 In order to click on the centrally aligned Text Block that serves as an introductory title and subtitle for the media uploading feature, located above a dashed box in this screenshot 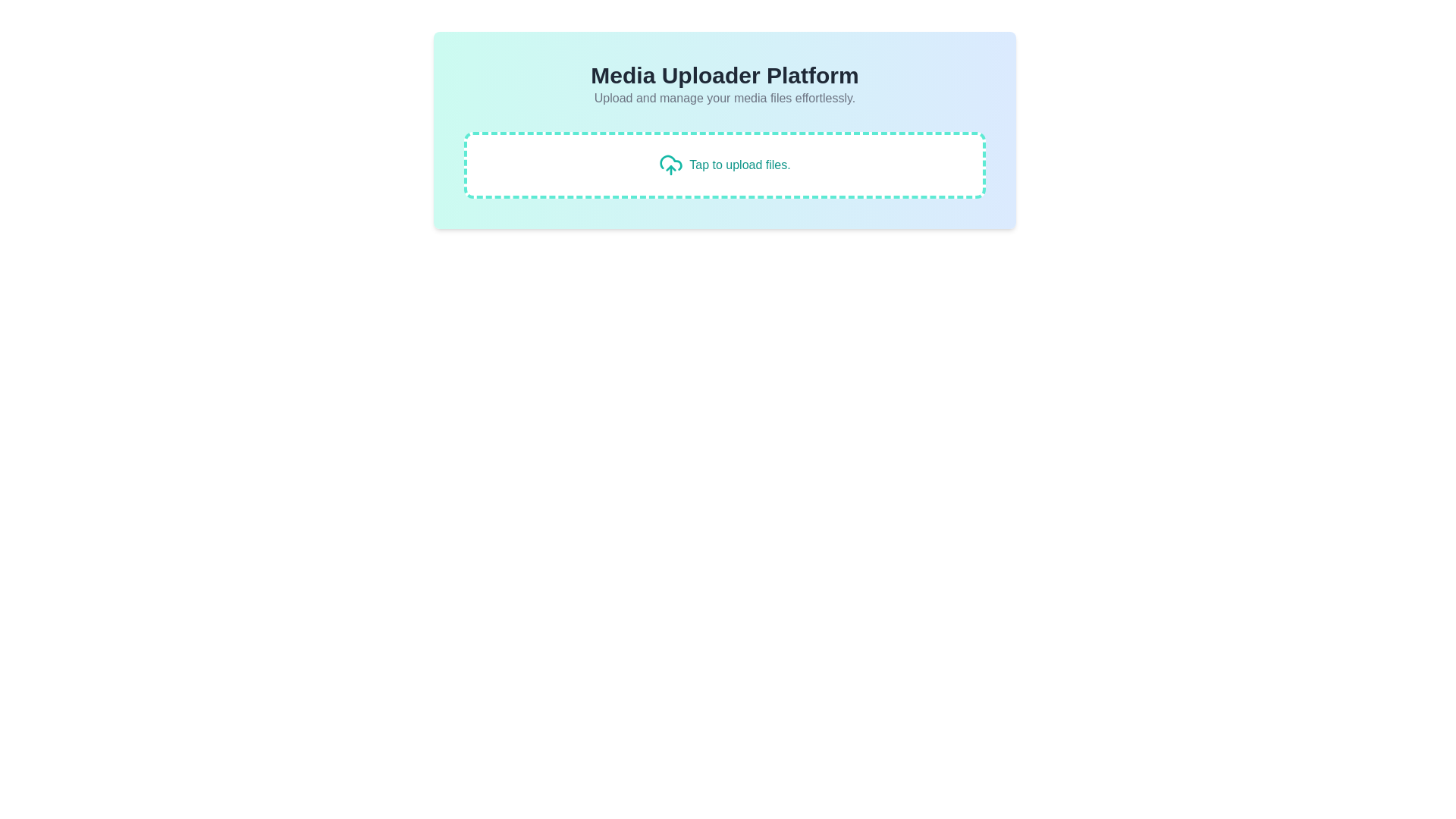, I will do `click(723, 84)`.